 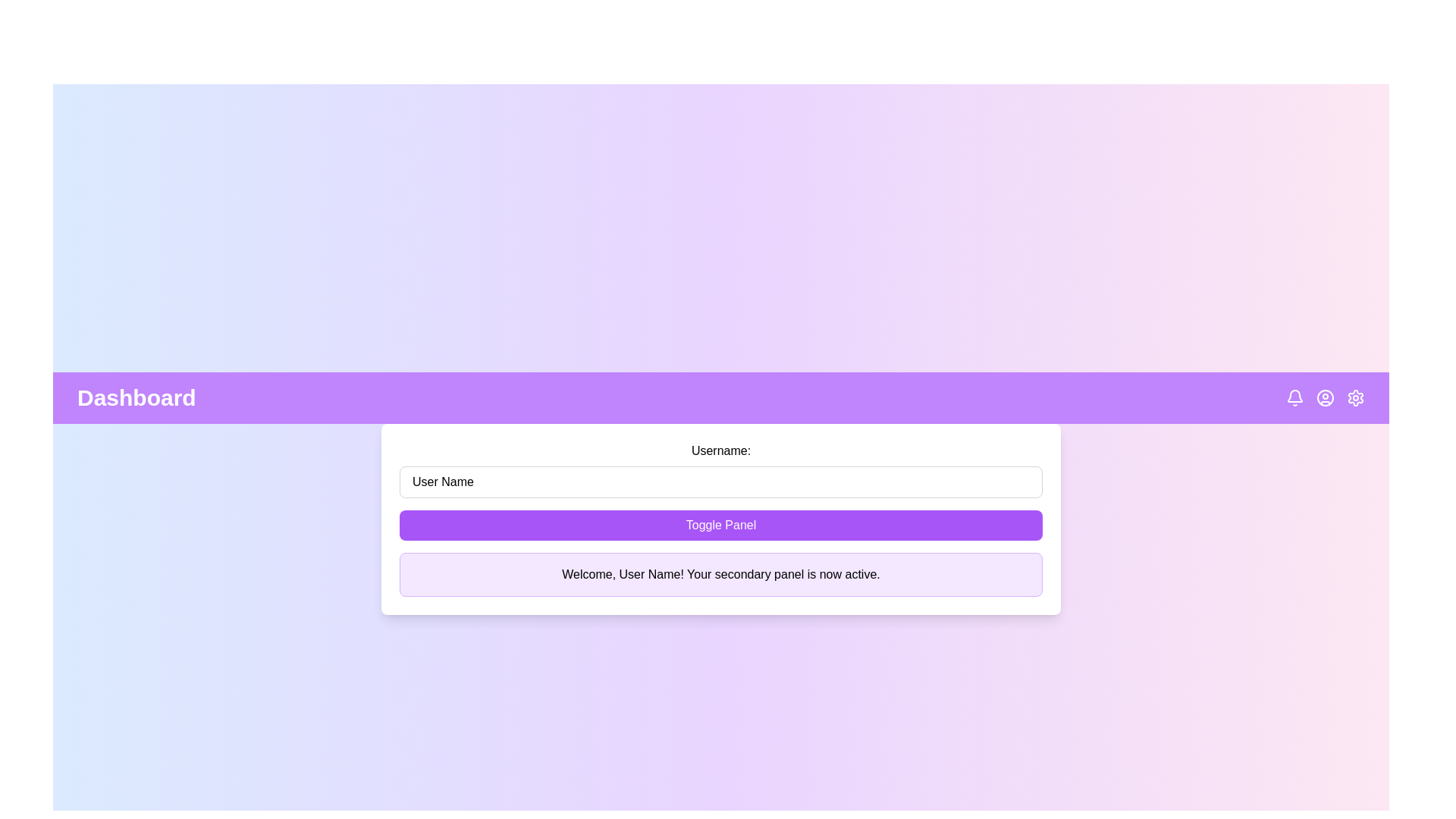 I want to click on the bell icon element in the header bar, which is styled as a notification symbol and is located on the far right side of the interface, so click(x=1294, y=395).